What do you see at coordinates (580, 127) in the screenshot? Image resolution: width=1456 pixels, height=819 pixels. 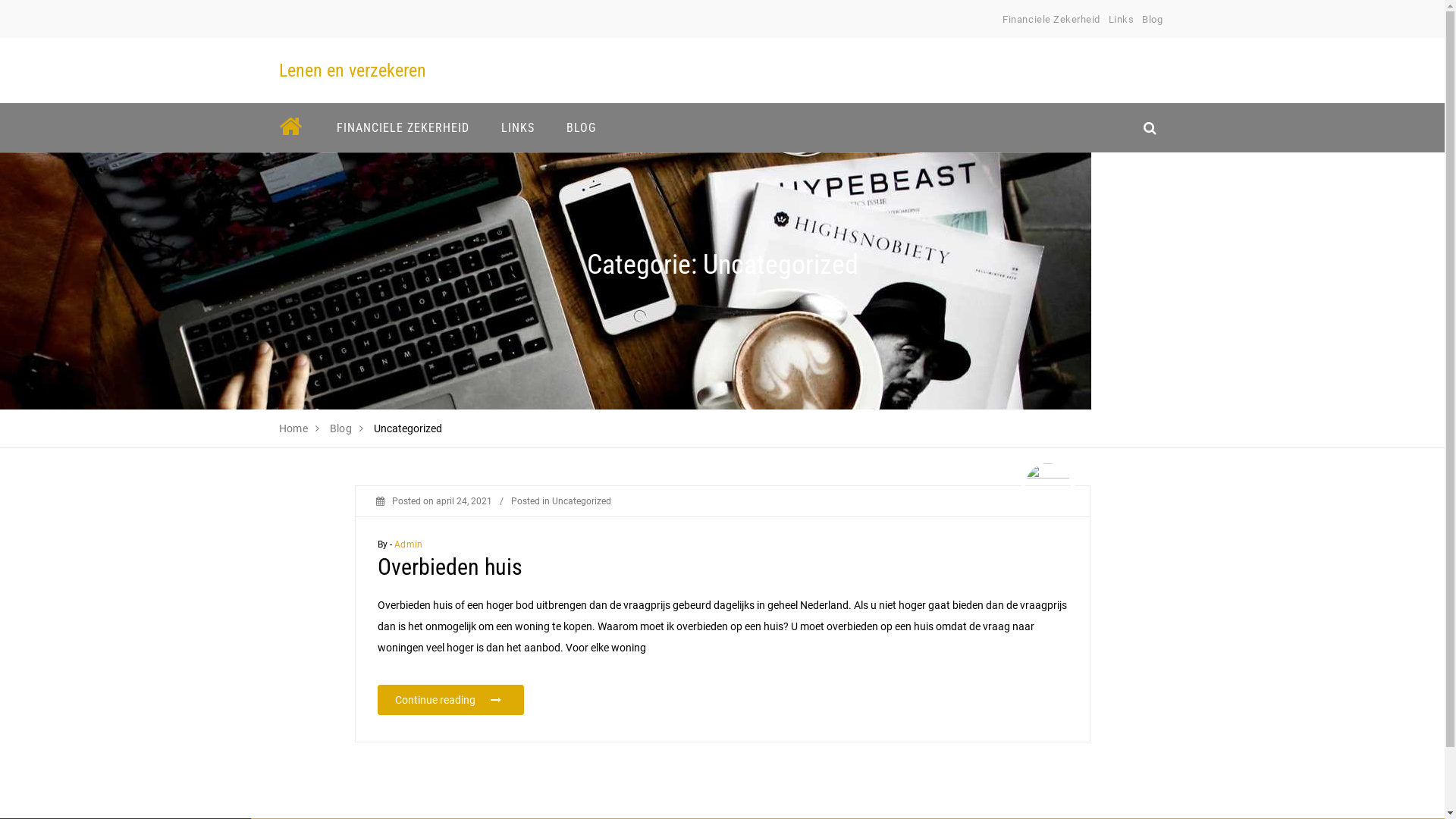 I see `'BLOG'` at bounding box center [580, 127].